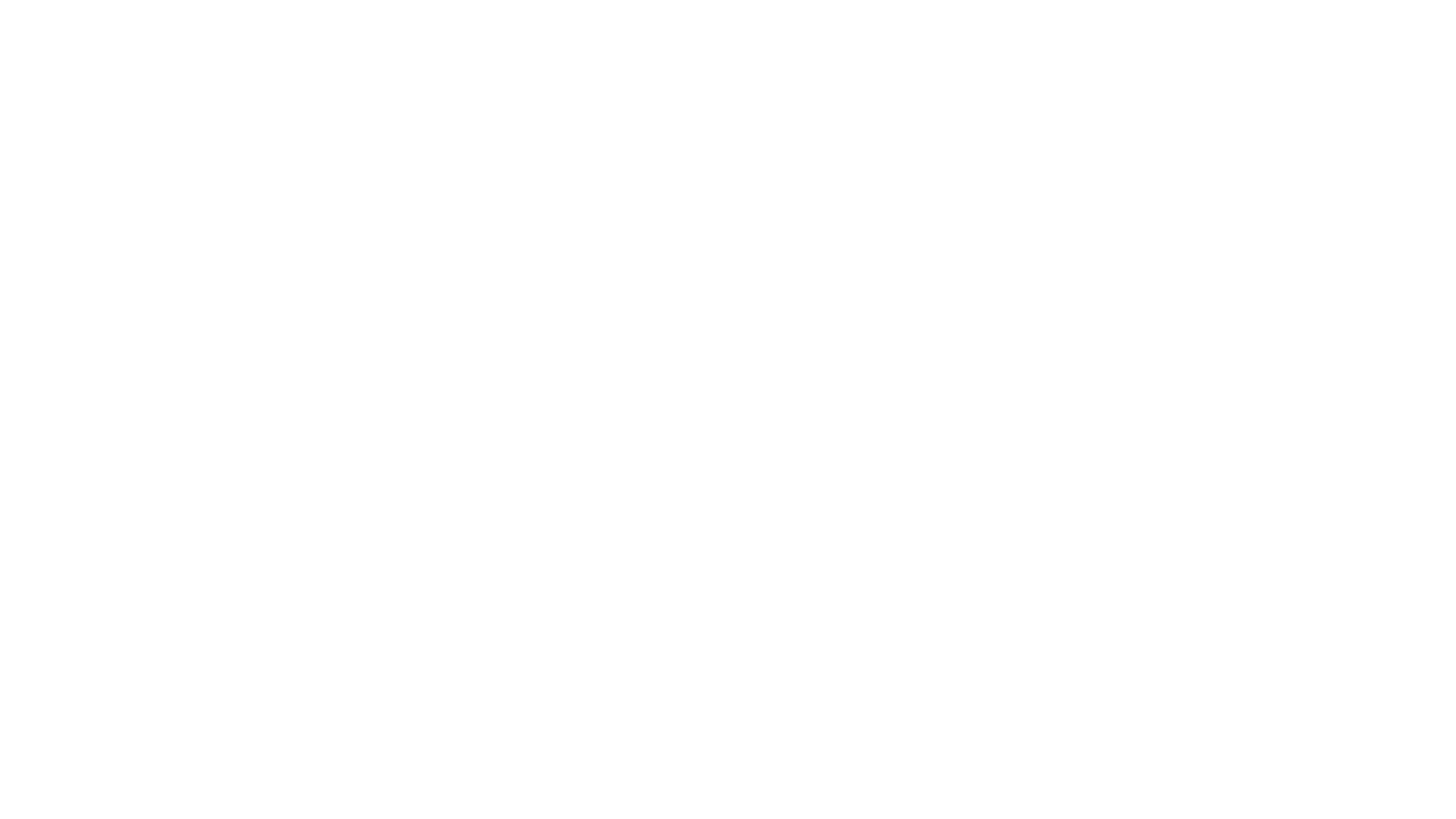  I want to click on Accepter, so click(956, 306).